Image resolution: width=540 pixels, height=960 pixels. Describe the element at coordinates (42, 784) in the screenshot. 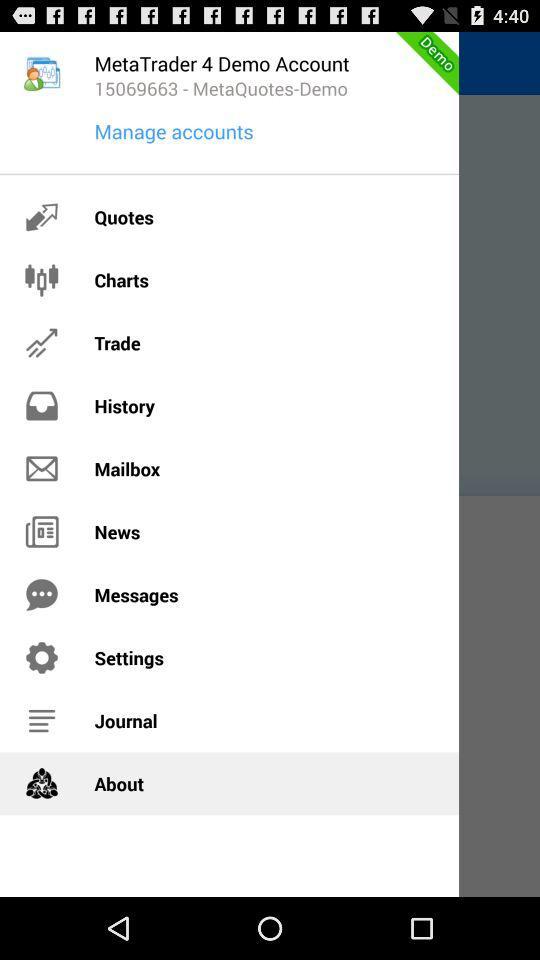

I see `the icon next to about` at that location.